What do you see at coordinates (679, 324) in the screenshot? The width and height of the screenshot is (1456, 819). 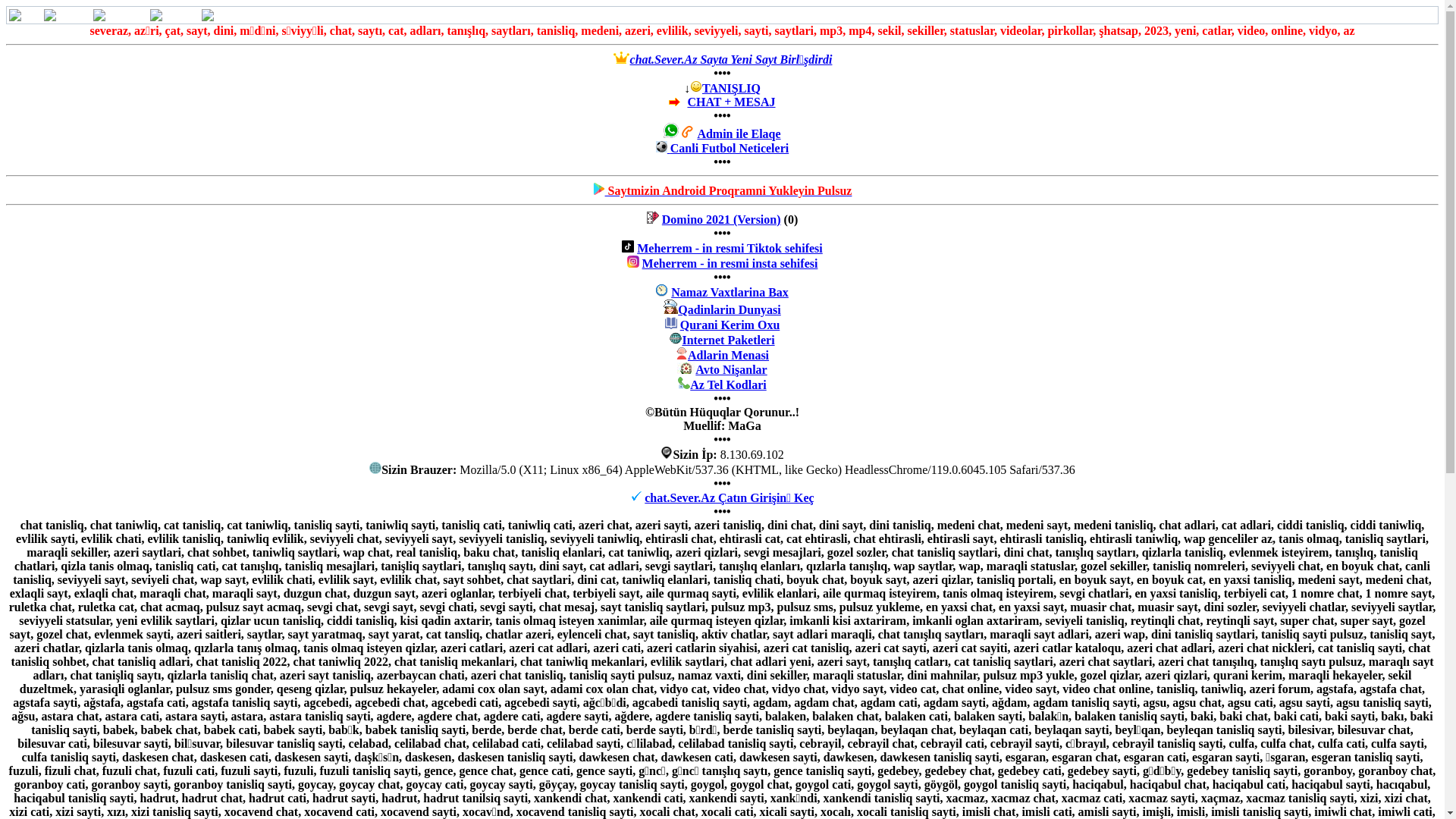 I see `'Qurani Kerim Oxu'` at bounding box center [679, 324].